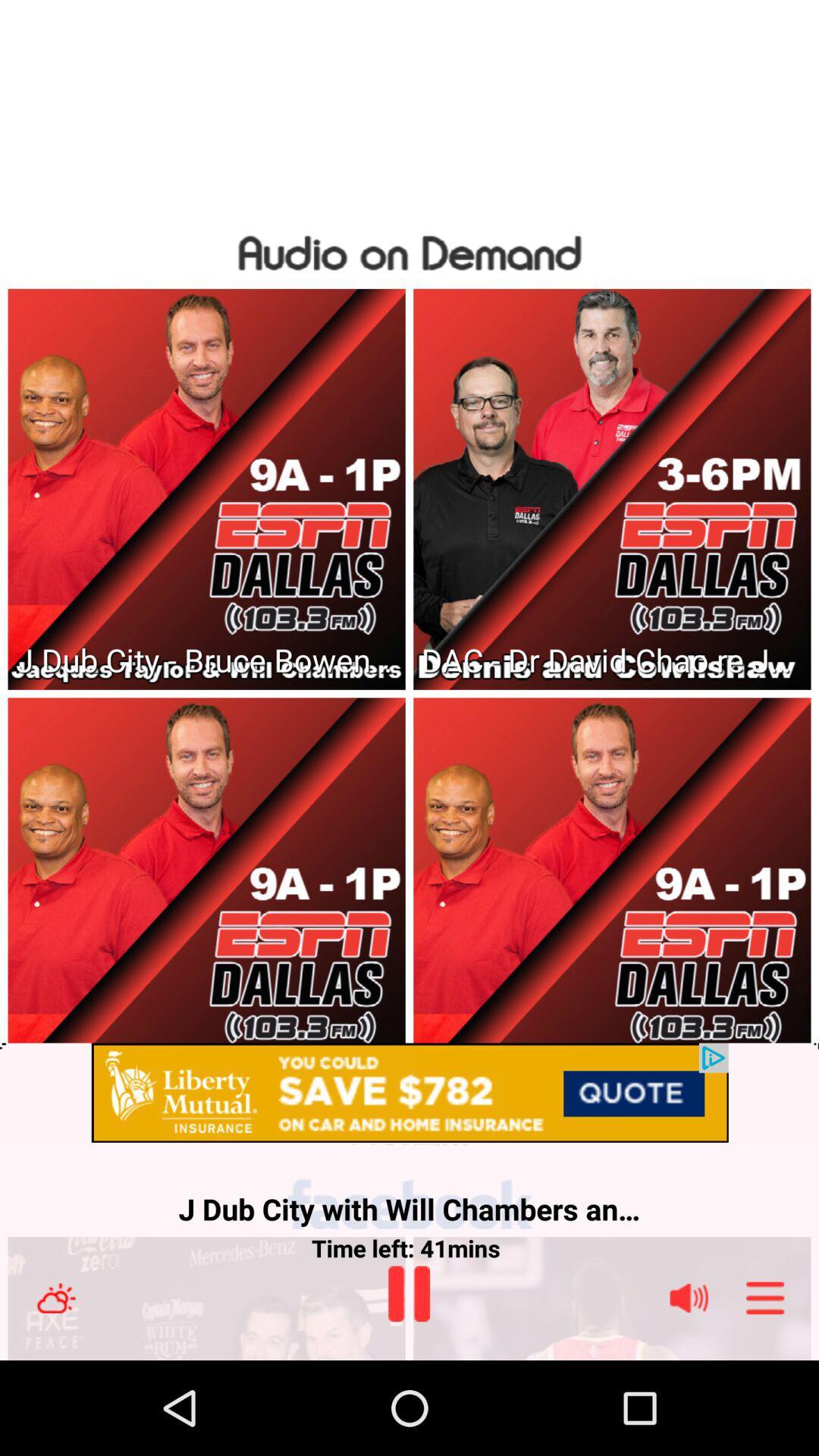 This screenshot has height=1456, width=819. What do you see at coordinates (408, 1385) in the screenshot?
I see `the pause icon` at bounding box center [408, 1385].